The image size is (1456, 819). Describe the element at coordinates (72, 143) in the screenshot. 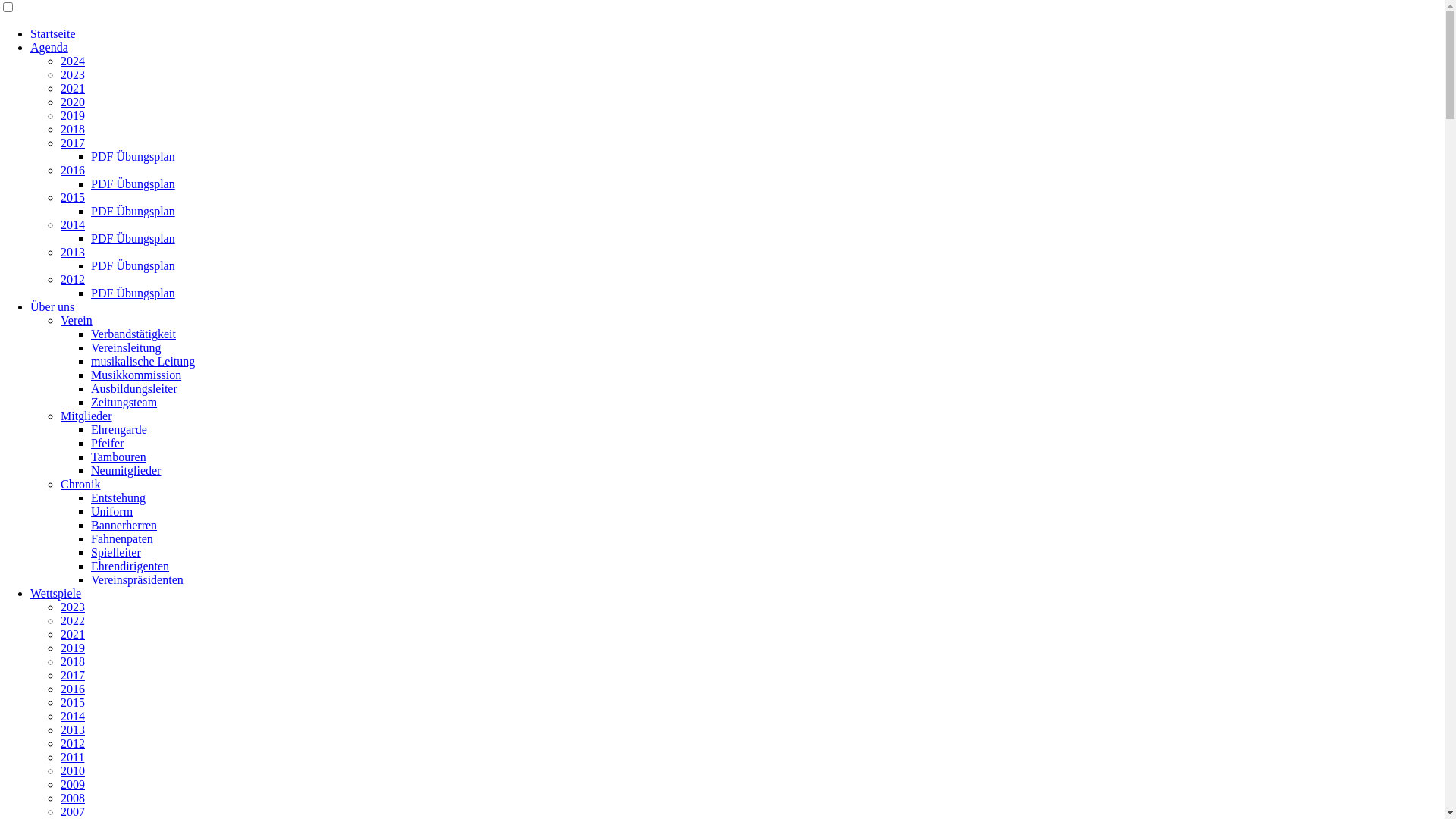

I see `'2017'` at that location.